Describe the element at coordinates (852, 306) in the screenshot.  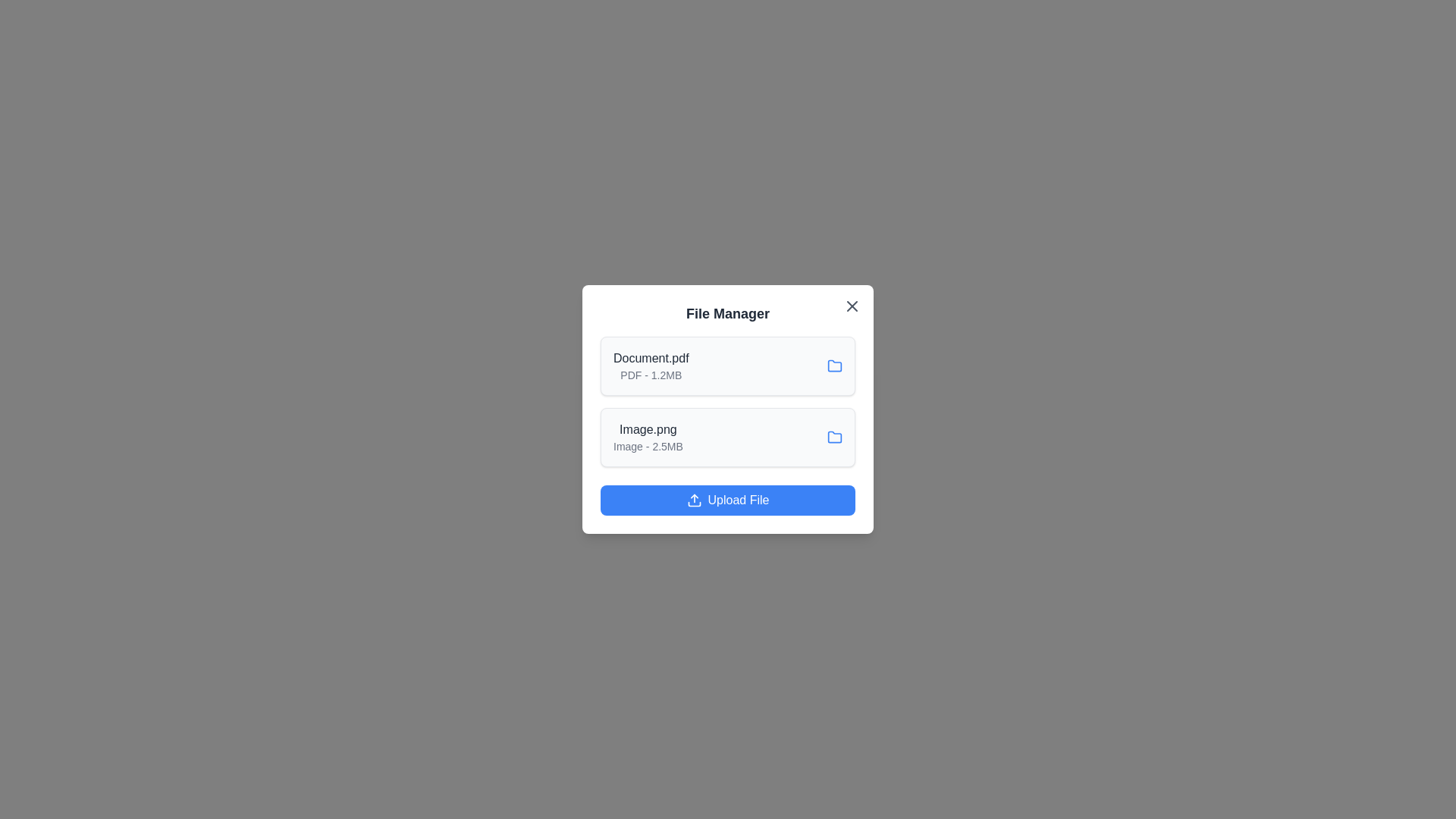
I see `close button at the top-right corner of the File Manager Dialog` at that location.